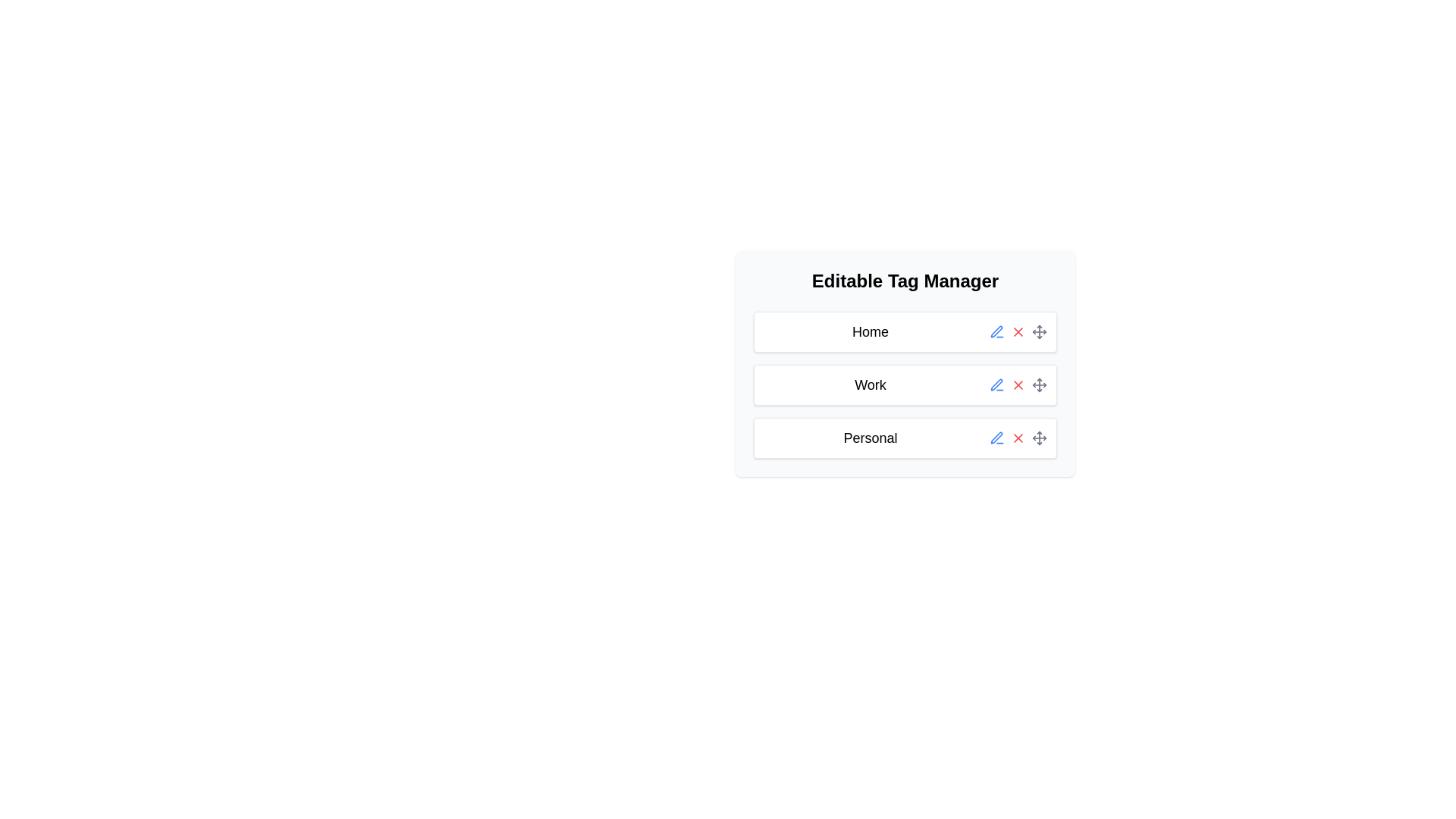 The image size is (1456, 819). Describe the element at coordinates (905, 384) in the screenshot. I see `the editable tag labeled 'Work' within the 'Editable Tag Manager'` at that location.